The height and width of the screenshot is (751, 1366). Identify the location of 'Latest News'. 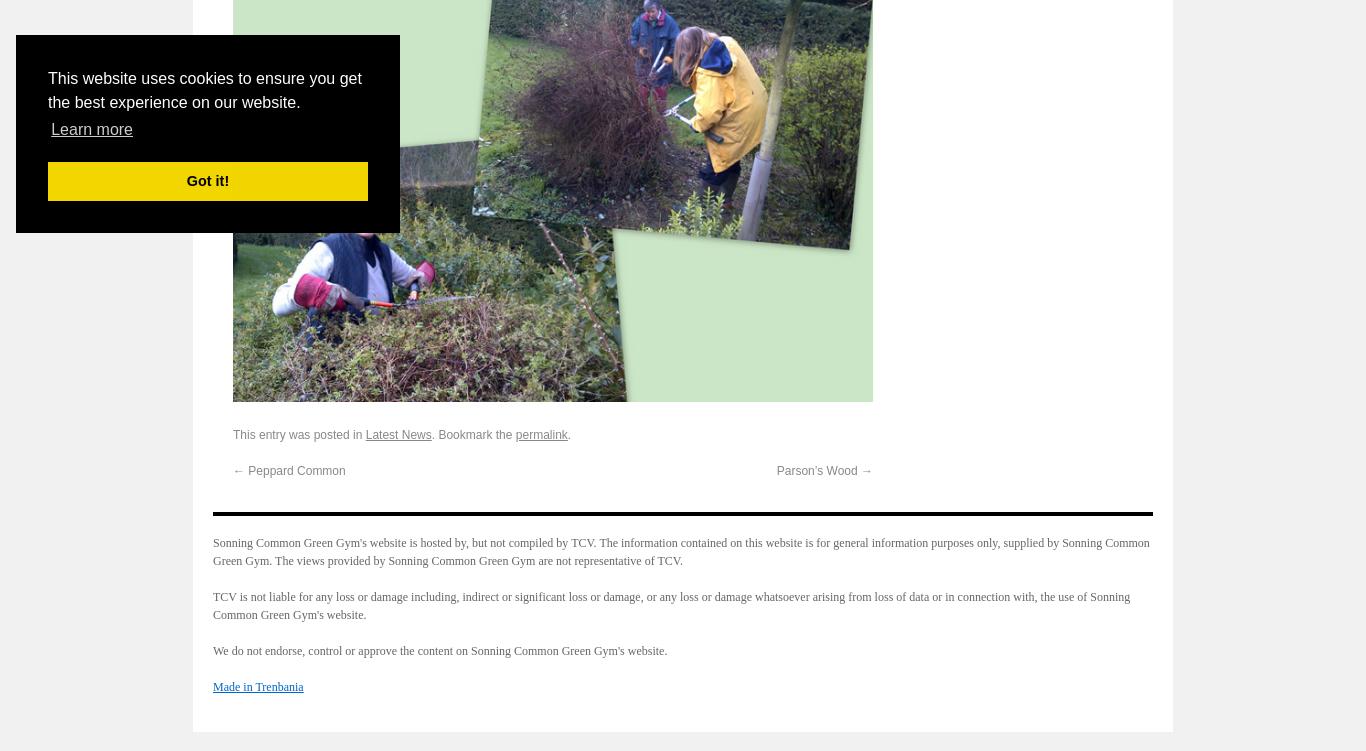
(397, 433).